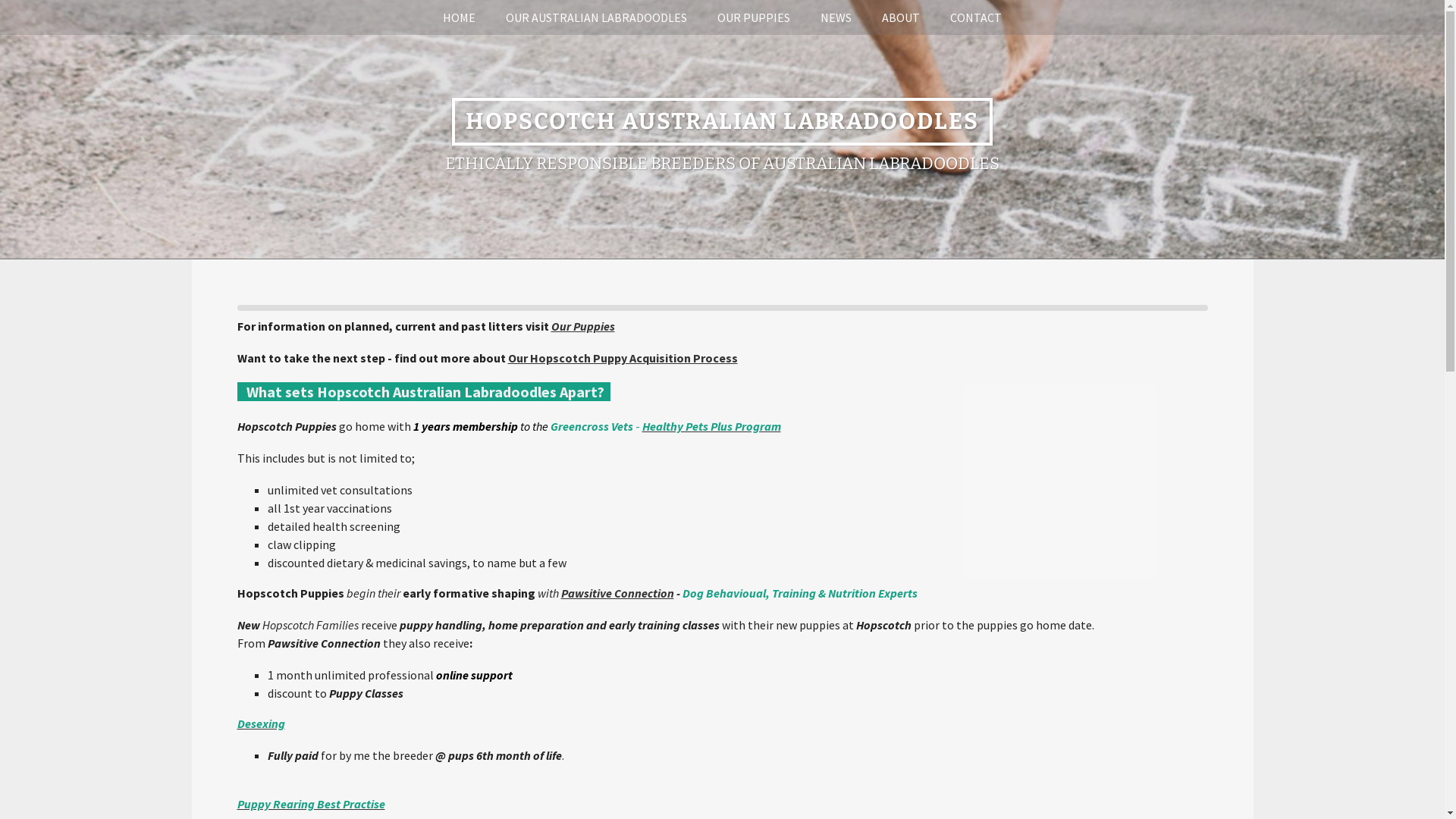 The width and height of the screenshot is (1456, 819). I want to click on 'NEWS', so click(804, 17).